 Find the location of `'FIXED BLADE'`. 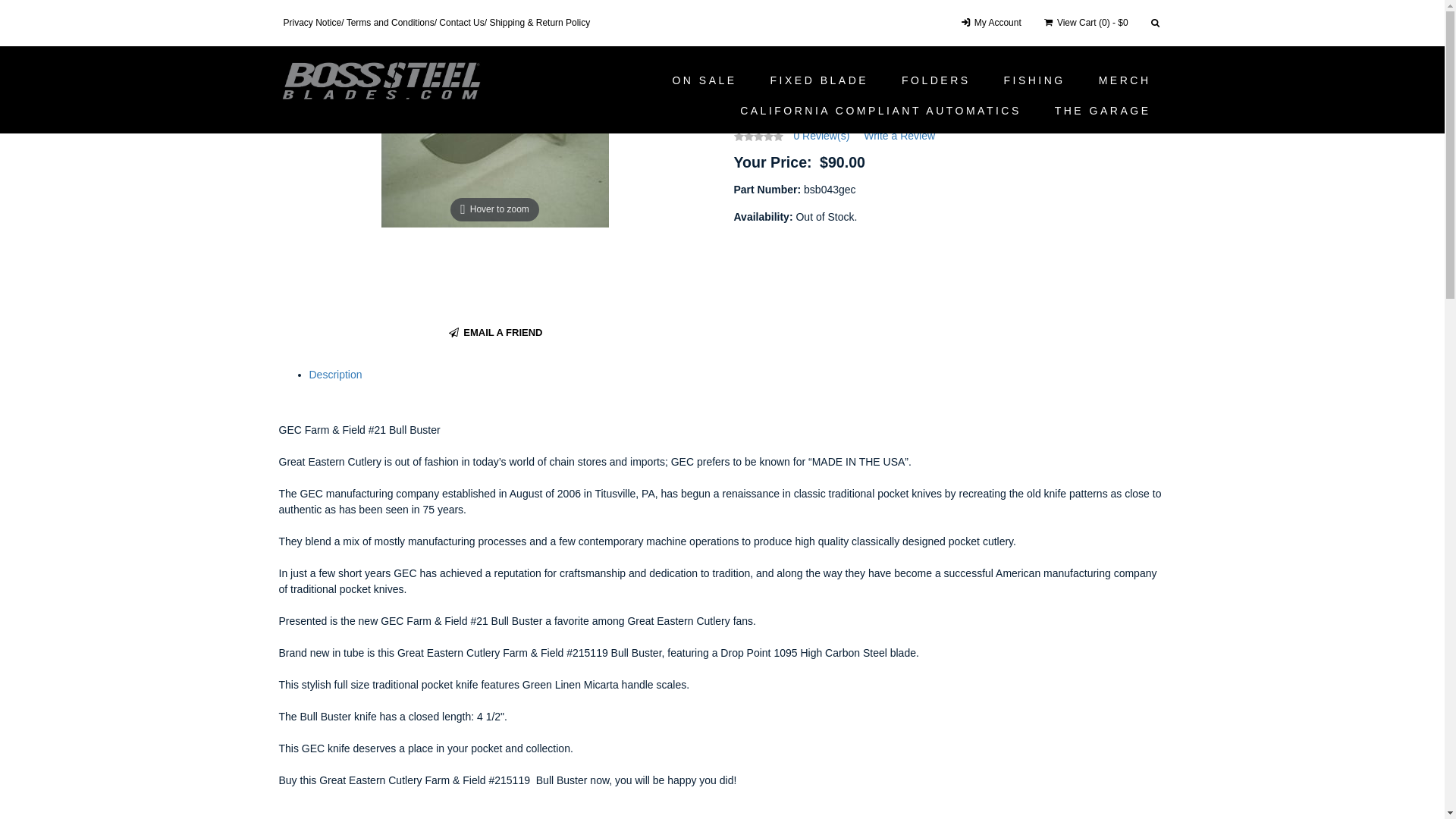

'FIXED BLADE' is located at coordinates (755, 80).